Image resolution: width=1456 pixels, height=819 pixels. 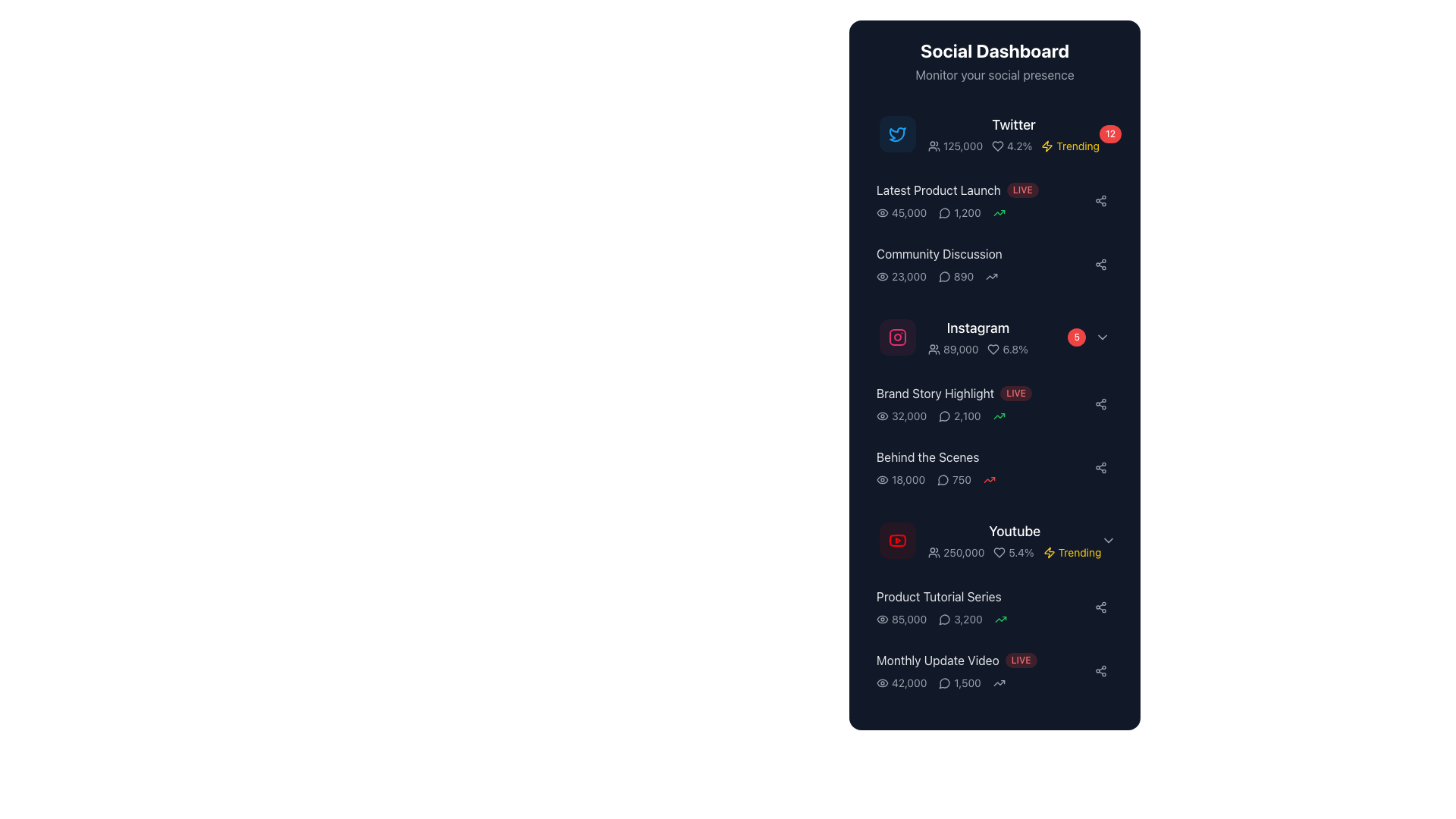 I want to click on the SVG graphic element that serves as a visual indicator for user interaction data, located on the right side of the 'Community Discussion' list item, so click(x=882, y=213).